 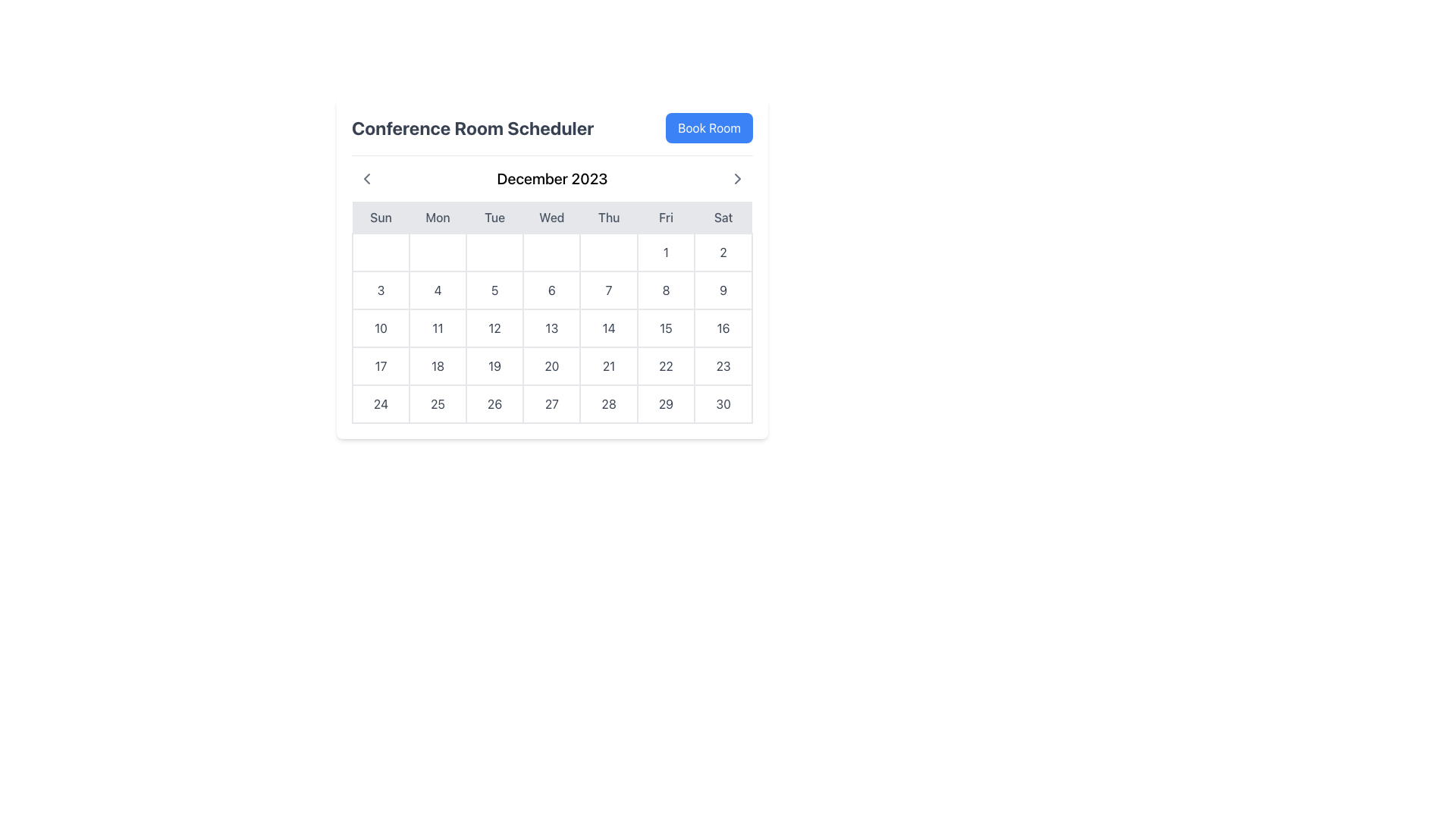 I want to click on the left navigation icon in the calendar header, so click(x=367, y=177).